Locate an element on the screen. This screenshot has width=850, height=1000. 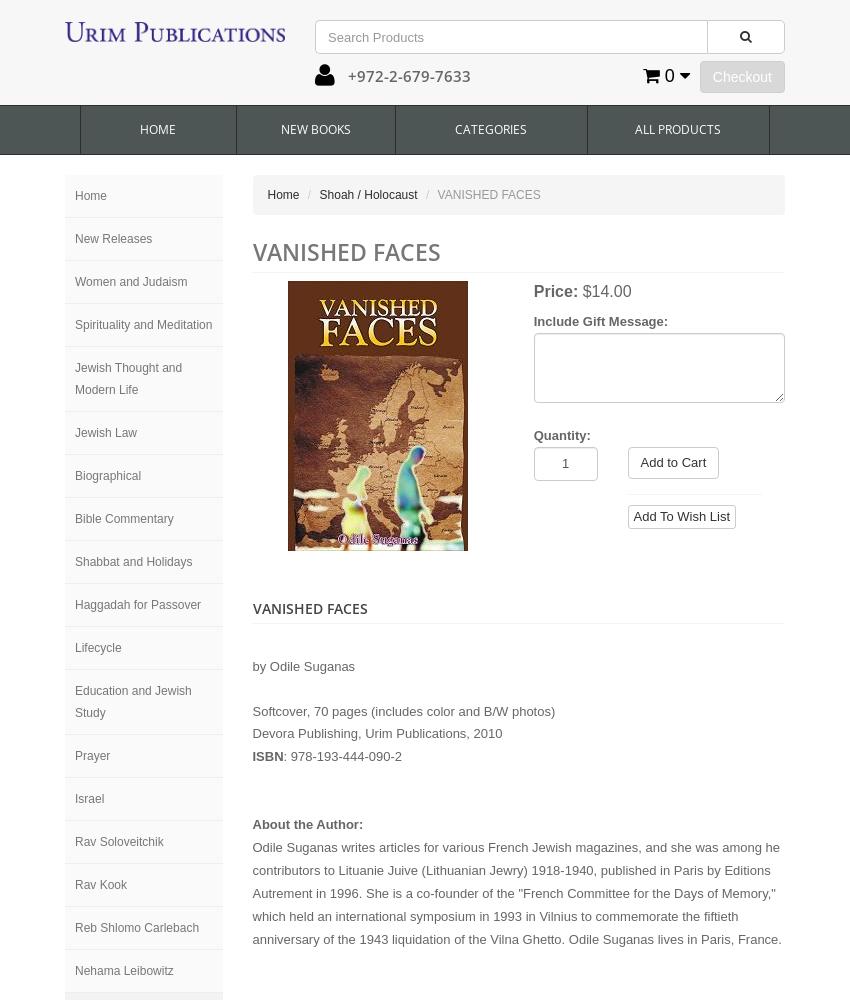
'$14.00' is located at coordinates (605, 291).